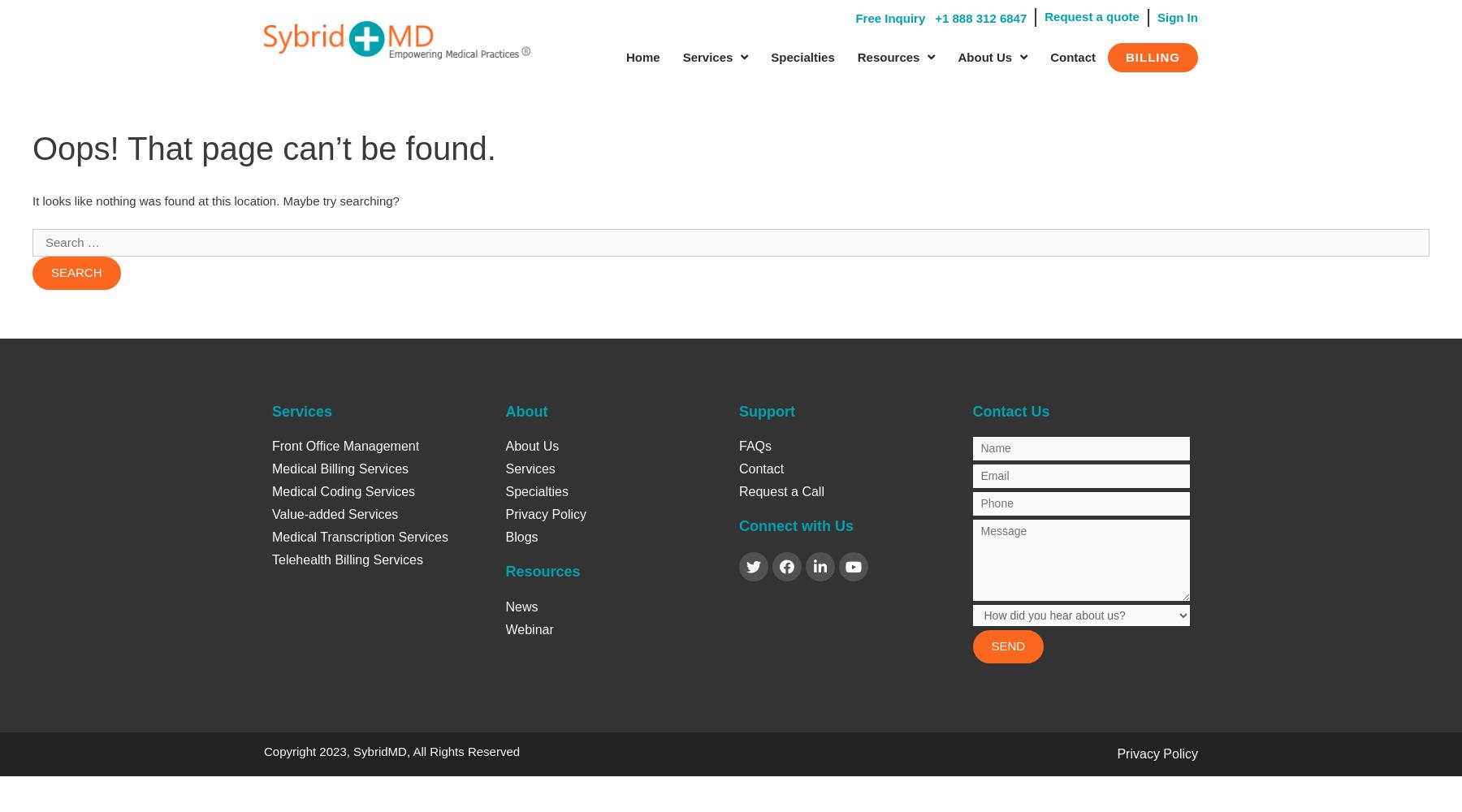 Image resolution: width=1462 pixels, height=812 pixels. Describe the element at coordinates (529, 628) in the screenshot. I see `'Webinar'` at that location.